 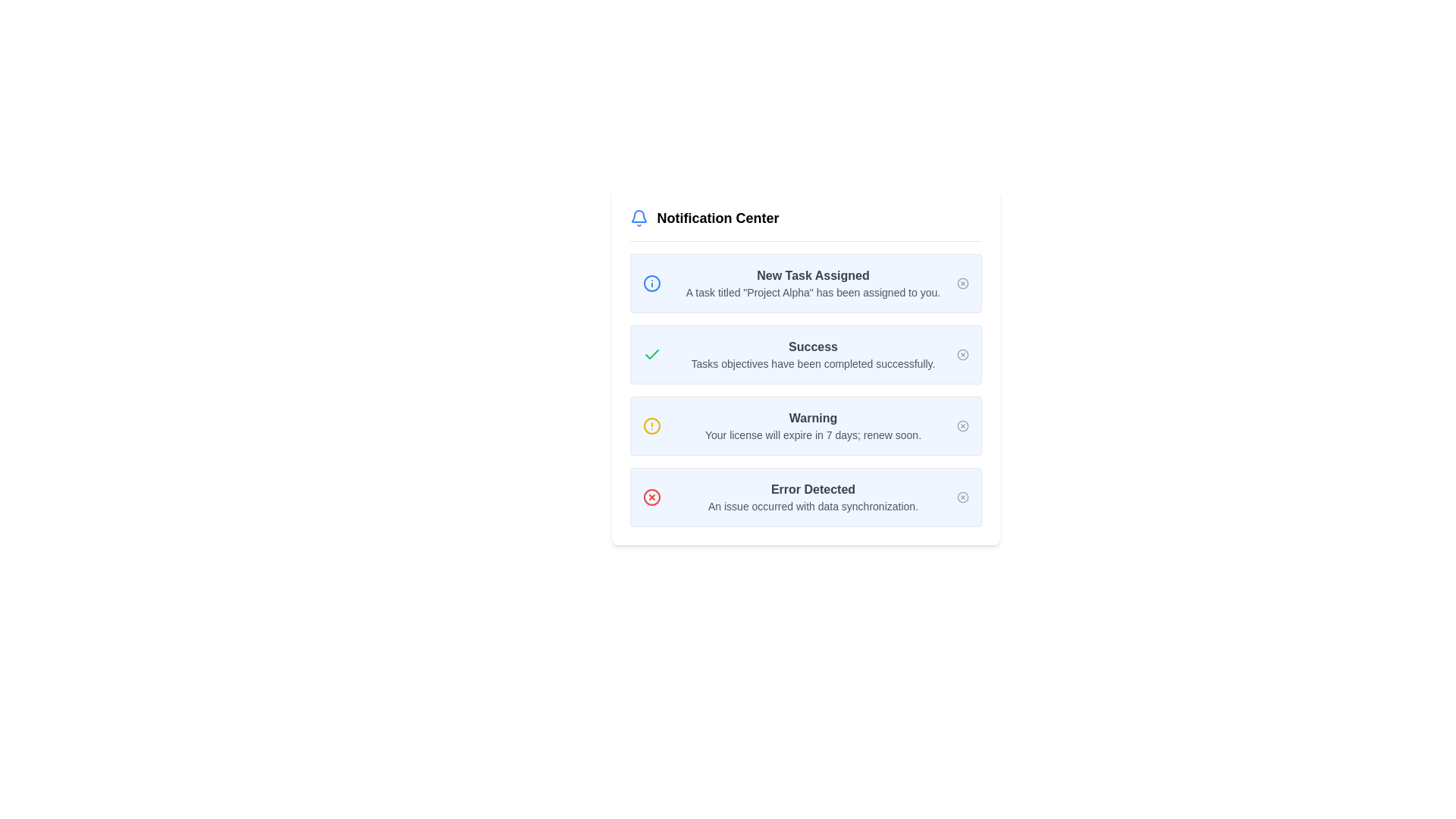 I want to click on the informational text notification stating 'Your license will expire in 7 days; renew soon.' which is located below the 'Warning' heading in the third notification card, so click(x=812, y=435).